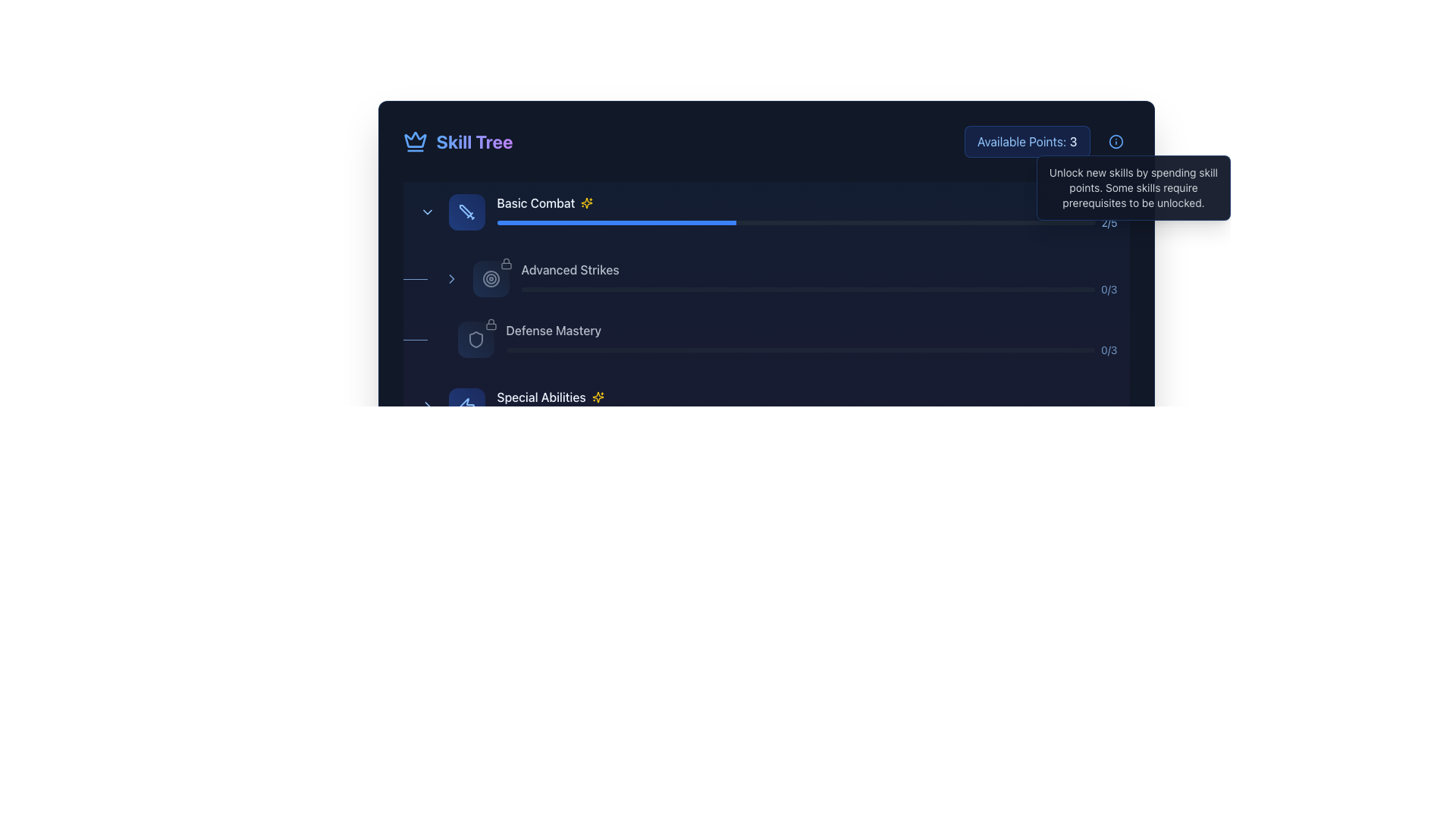  Describe the element at coordinates (811, 338) in the screenshot. I see `the 'Defense Mastery' skill indicator, which shows its title and current progress, located in the third entry of the skill list between 'Advanced Strikes' and 'Special Abilities'` at that location.